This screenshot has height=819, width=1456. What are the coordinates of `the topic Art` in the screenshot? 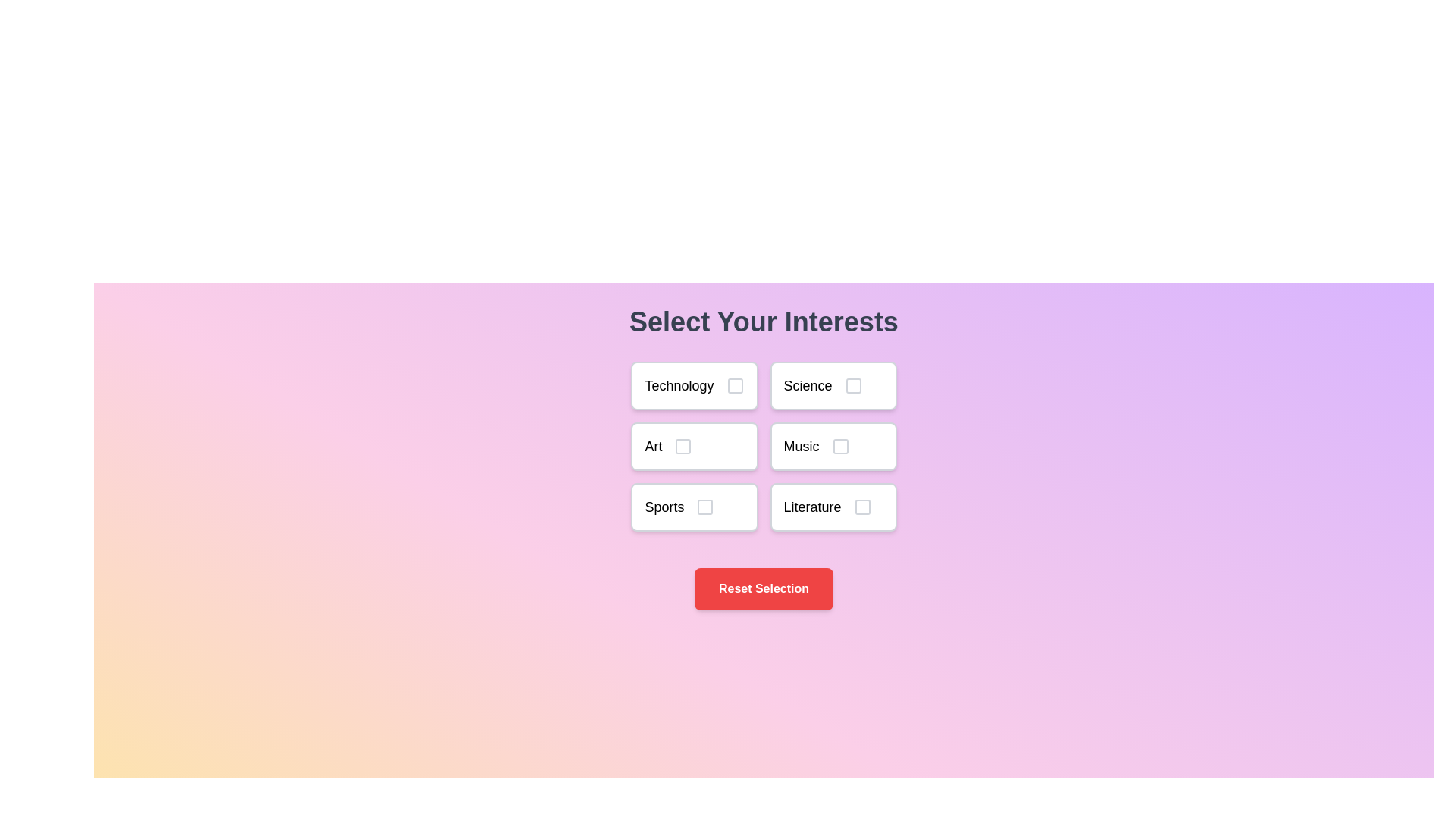 It's located at (694, 446).